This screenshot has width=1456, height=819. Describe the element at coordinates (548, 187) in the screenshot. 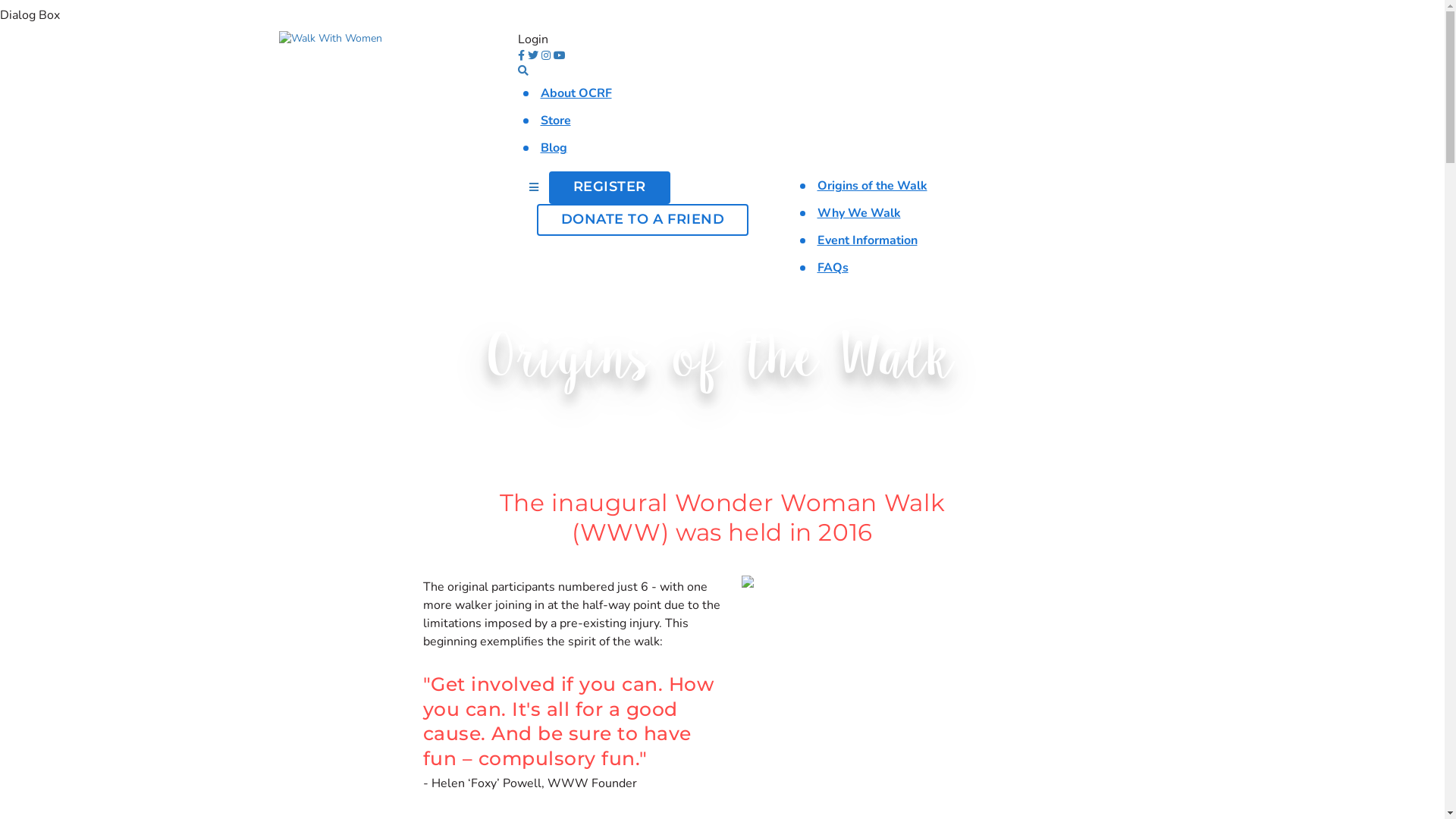

I see `'REGISTER'` at that location.